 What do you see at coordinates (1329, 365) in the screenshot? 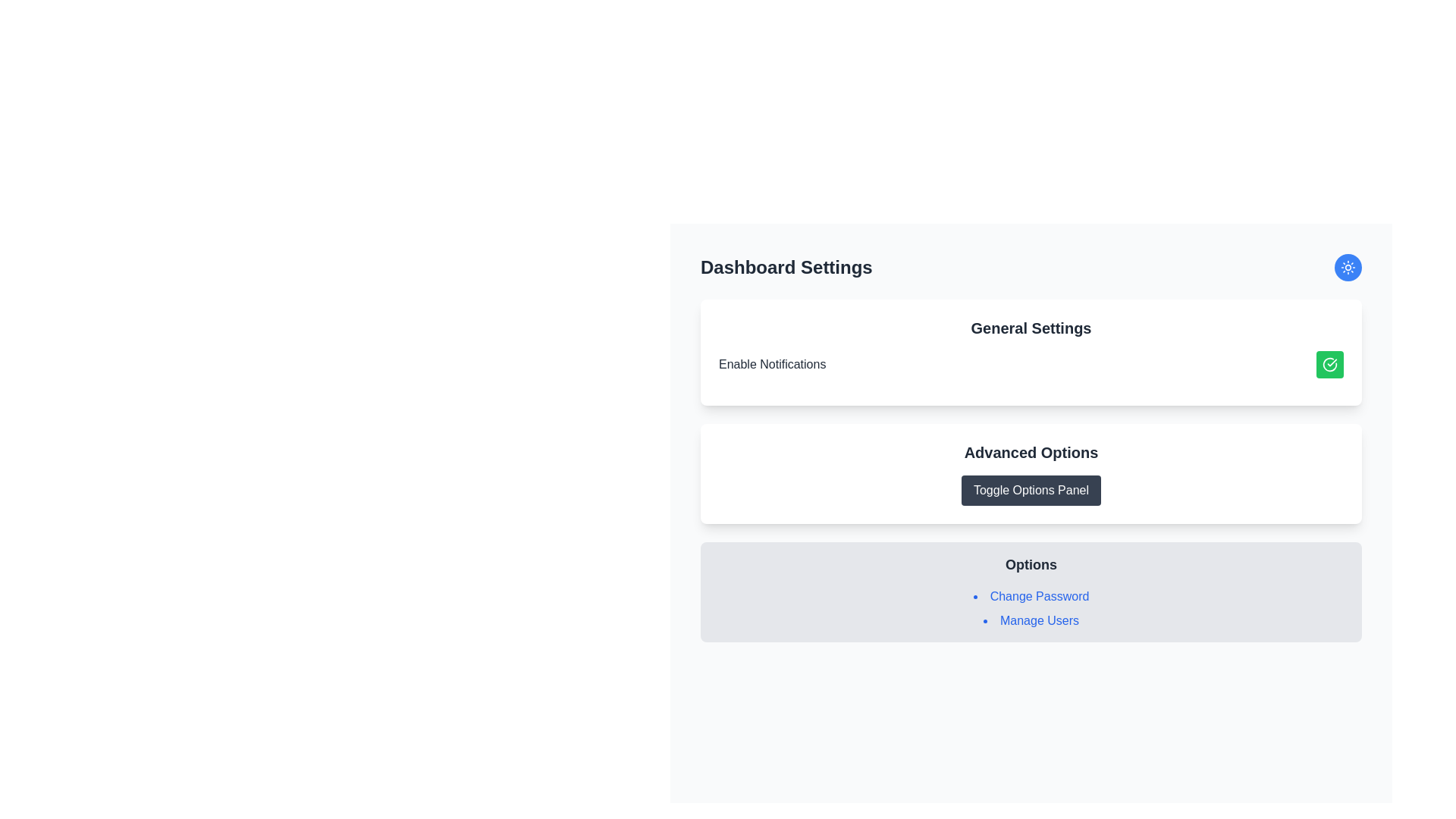
I see `the confirmation button located at the far right of the 'Enable Notifications' row` at bounding box center [1329, 365].